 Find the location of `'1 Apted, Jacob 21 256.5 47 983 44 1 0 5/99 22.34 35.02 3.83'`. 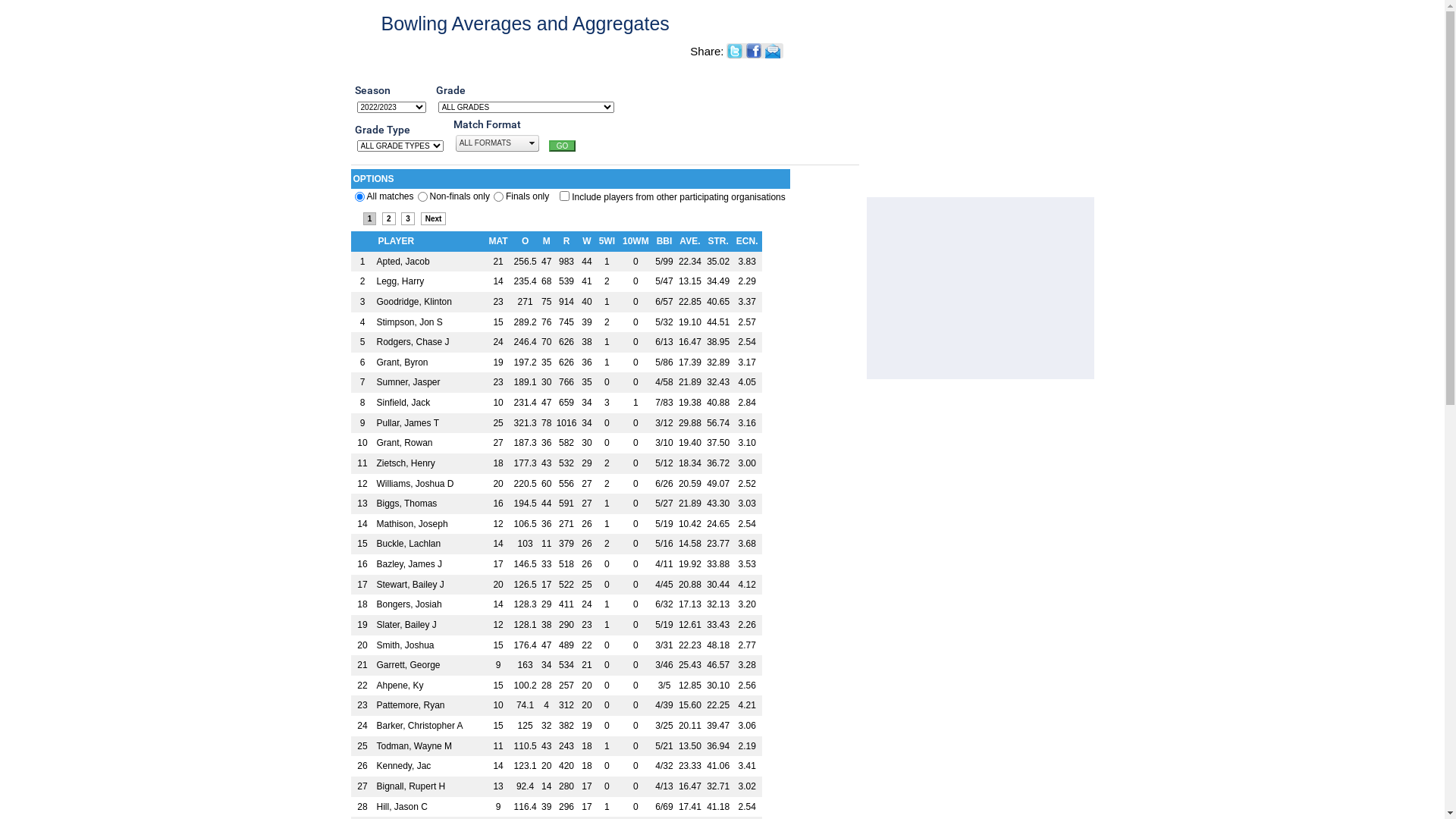

'1 Apted, Jacob 21 256.5 47 983 44 1 0 5/99 22.34 35.02 3.83' is located at coordinates (349, 261).